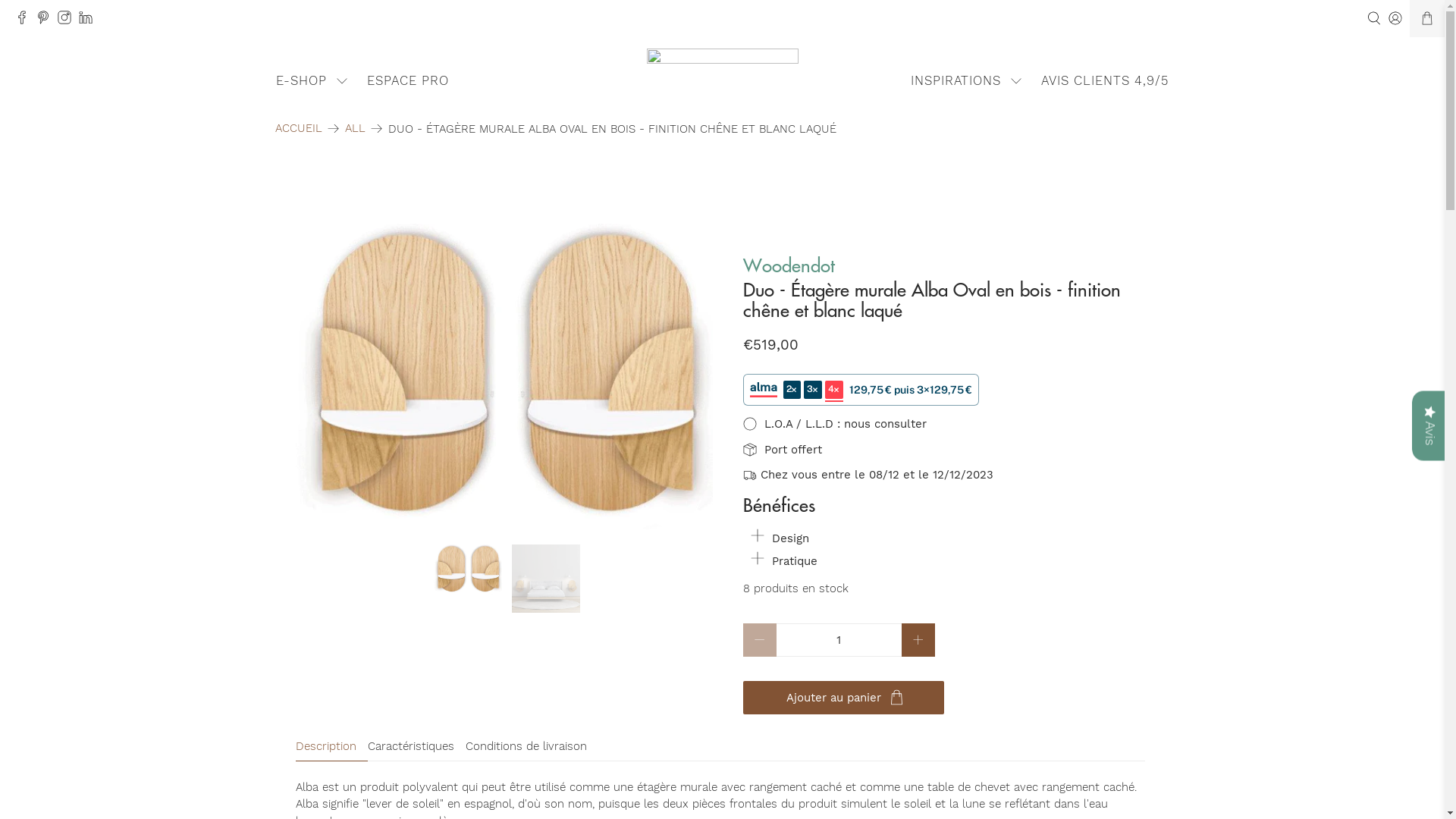  Describe the element at coordinates (353, 127) in the screenshot. I see `'ALL'` at that location.